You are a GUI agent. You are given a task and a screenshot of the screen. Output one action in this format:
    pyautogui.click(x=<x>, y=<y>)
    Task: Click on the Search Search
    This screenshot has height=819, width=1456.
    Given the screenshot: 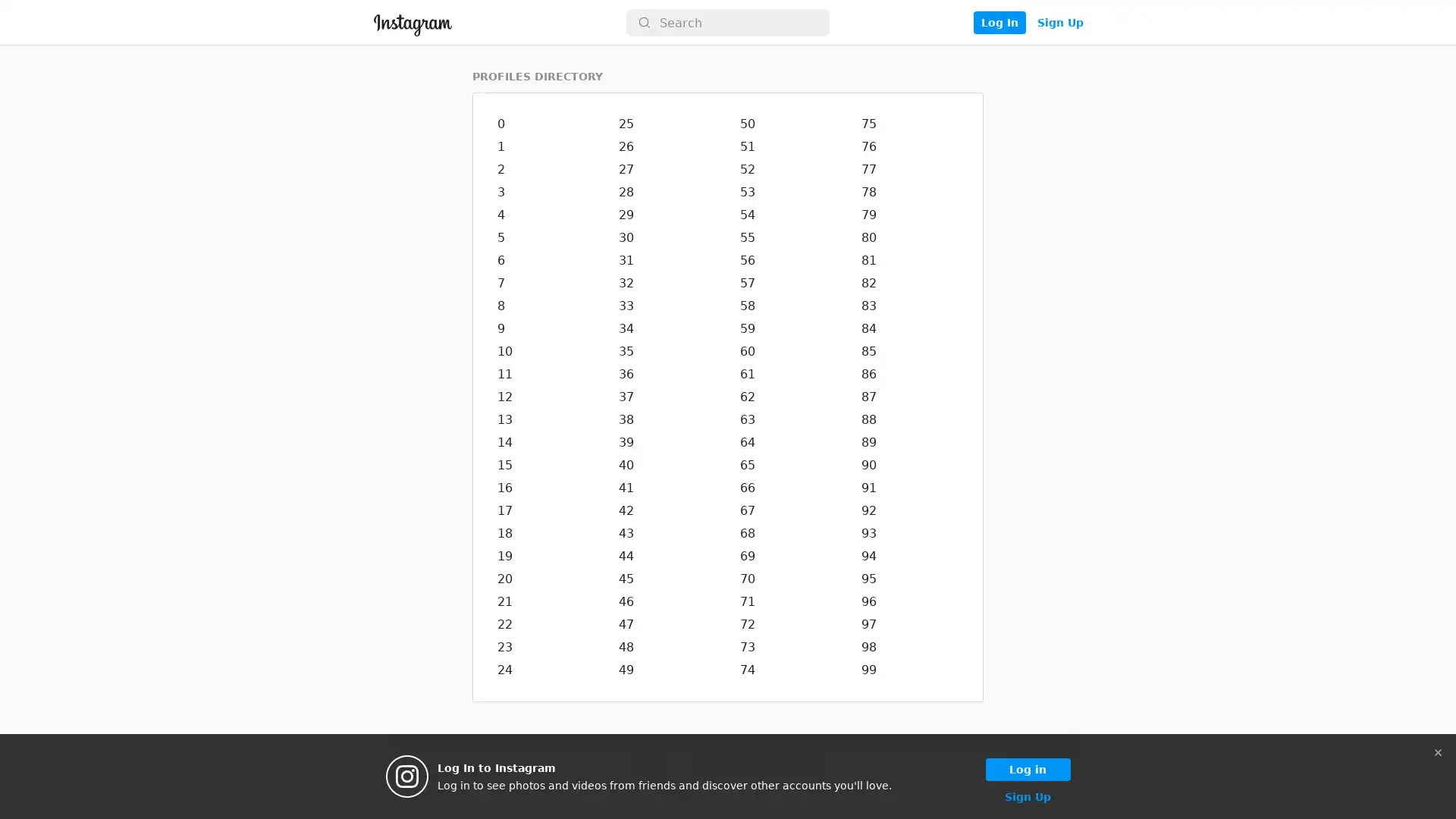 What is the action you would take?
    pyautogui.click(x=728, y=23)
    